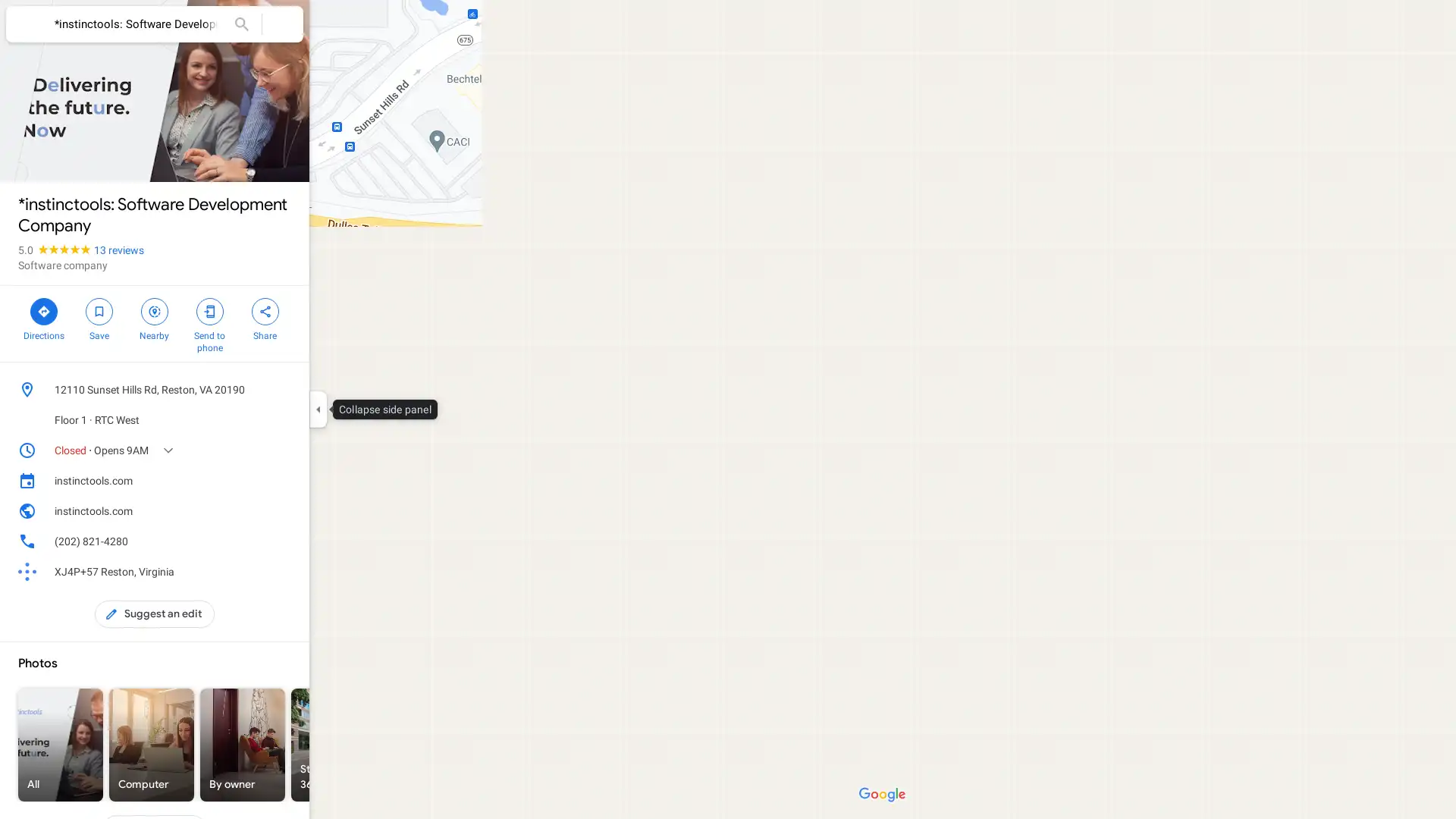 The height and width of the screenshot is (819, 1456). I want to click on All, so click(61, 744).